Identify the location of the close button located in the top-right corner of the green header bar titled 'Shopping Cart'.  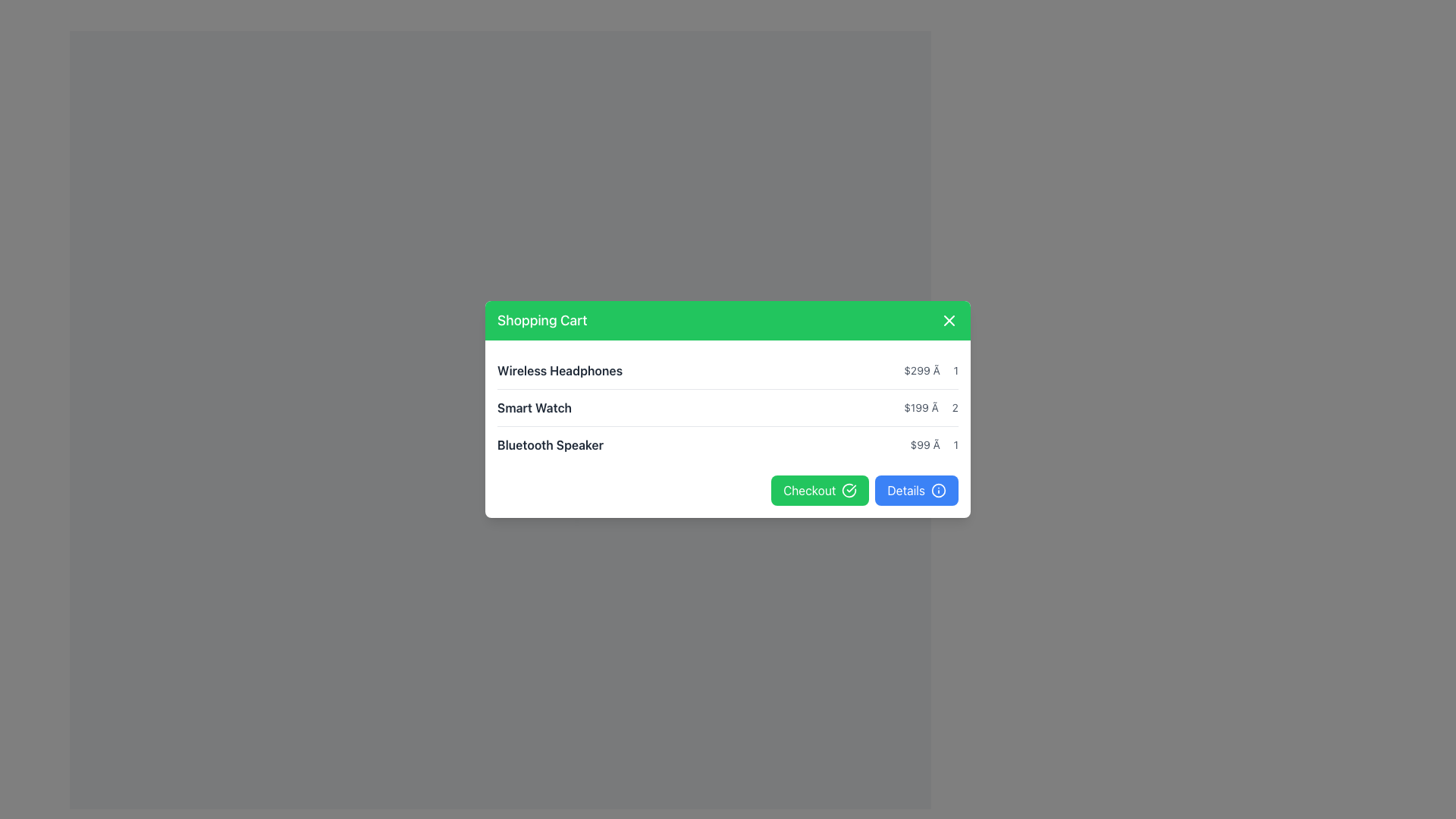
(949, 320).